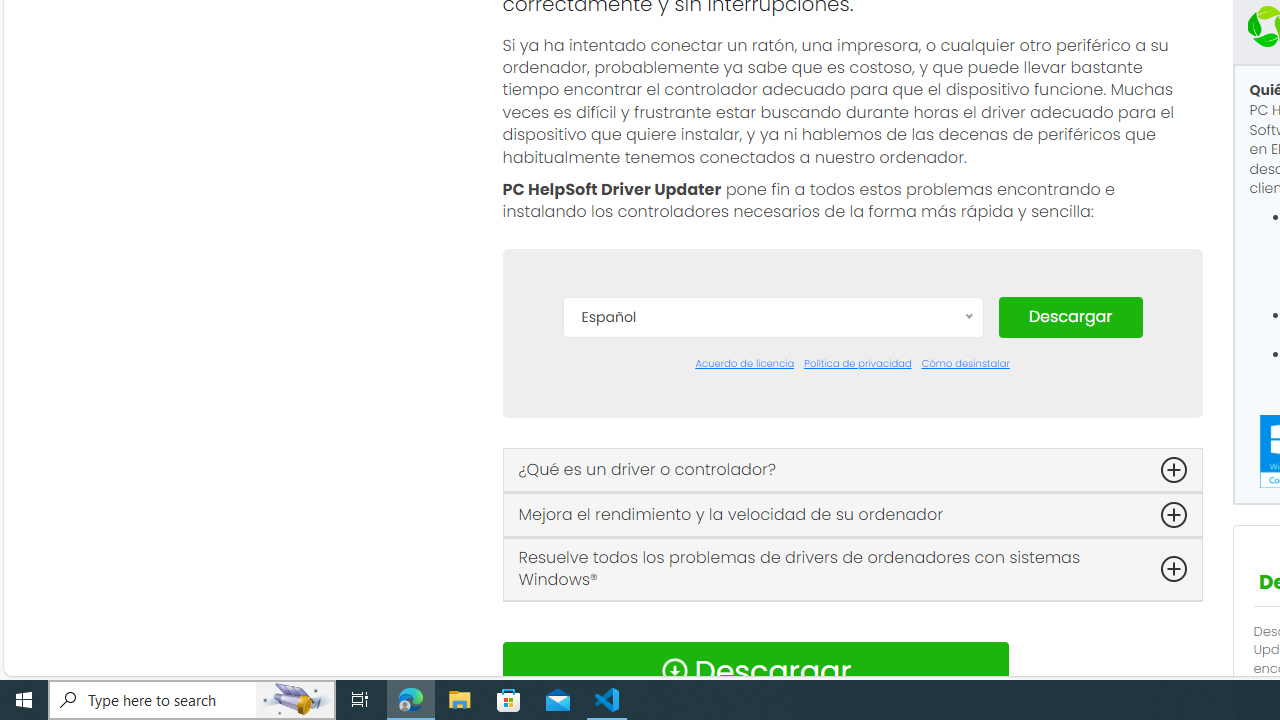  What do you see at coordinates (743, 363) in the screenshot?
I see `'Acuerdo de licencia'` at bounding box center [743, 363].